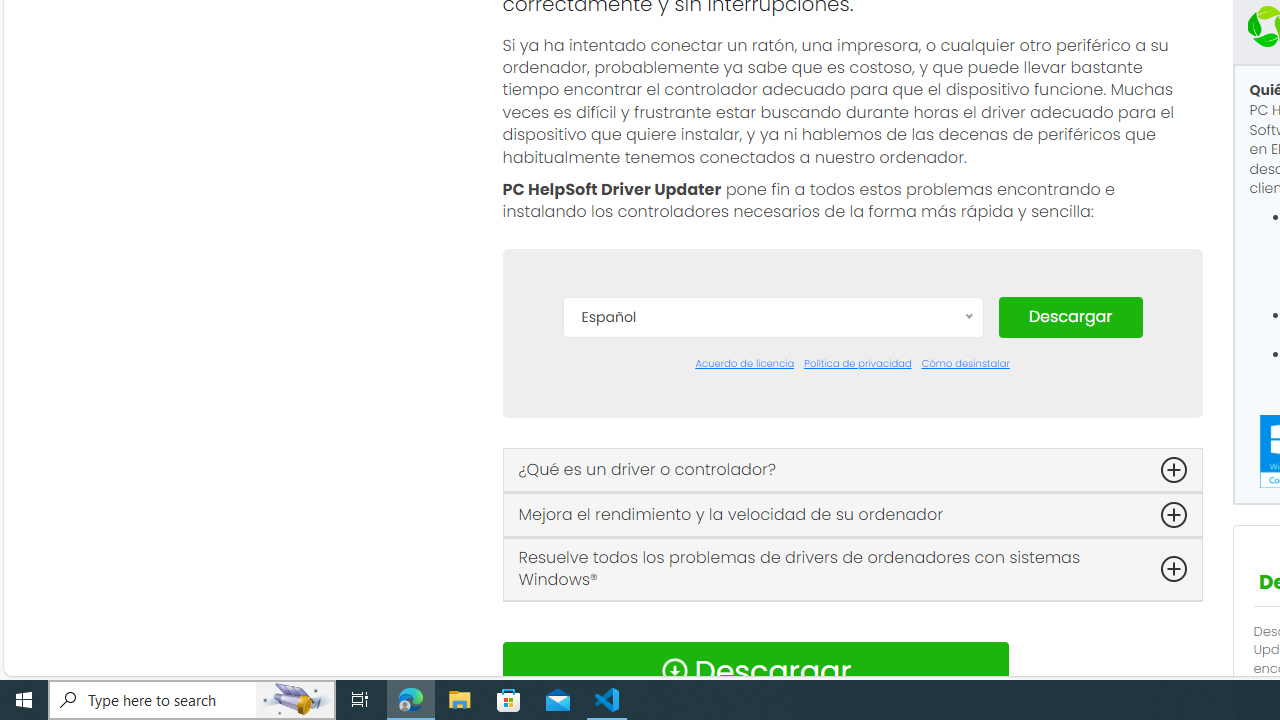  What do you see at coordinates (743, 363) in the screenshot?
I see `'Acuerdo de licencia'` at bounding box center [743, 363].